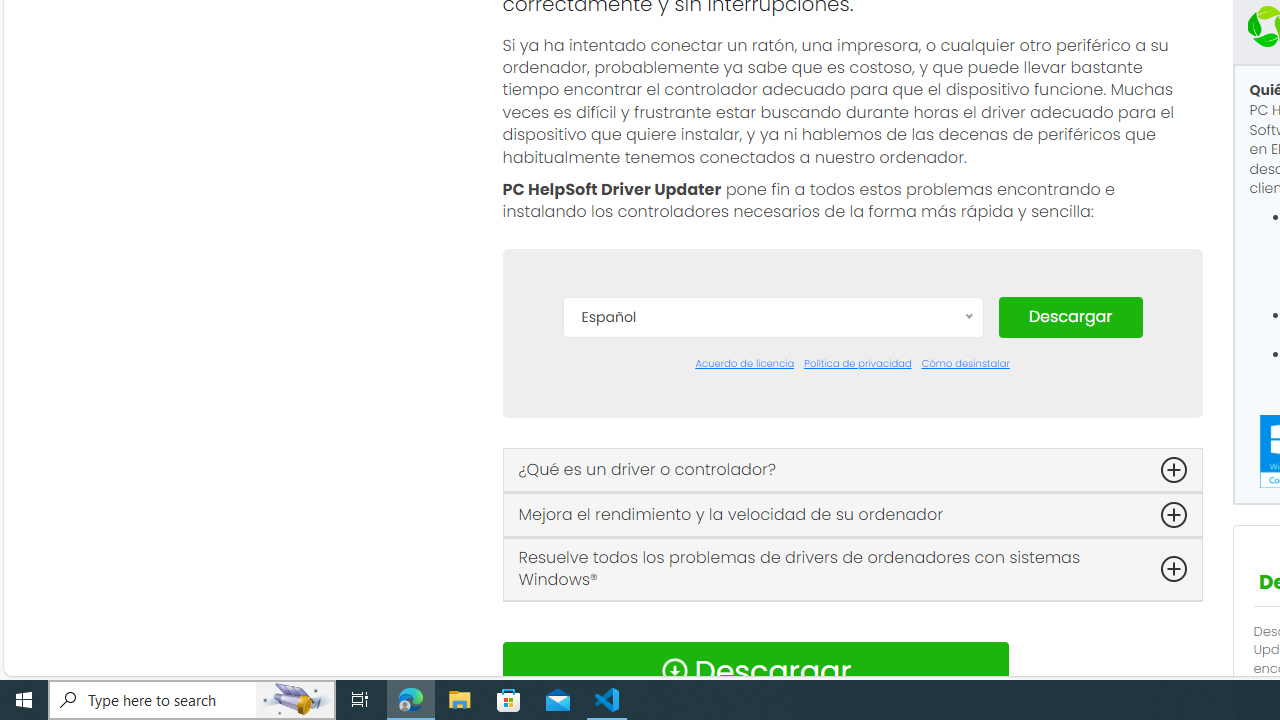  What do you see at coordinates (743, 363) in the screenshot?
I see `'Acuerdo de licencia'` at bounding box center [743, 363].